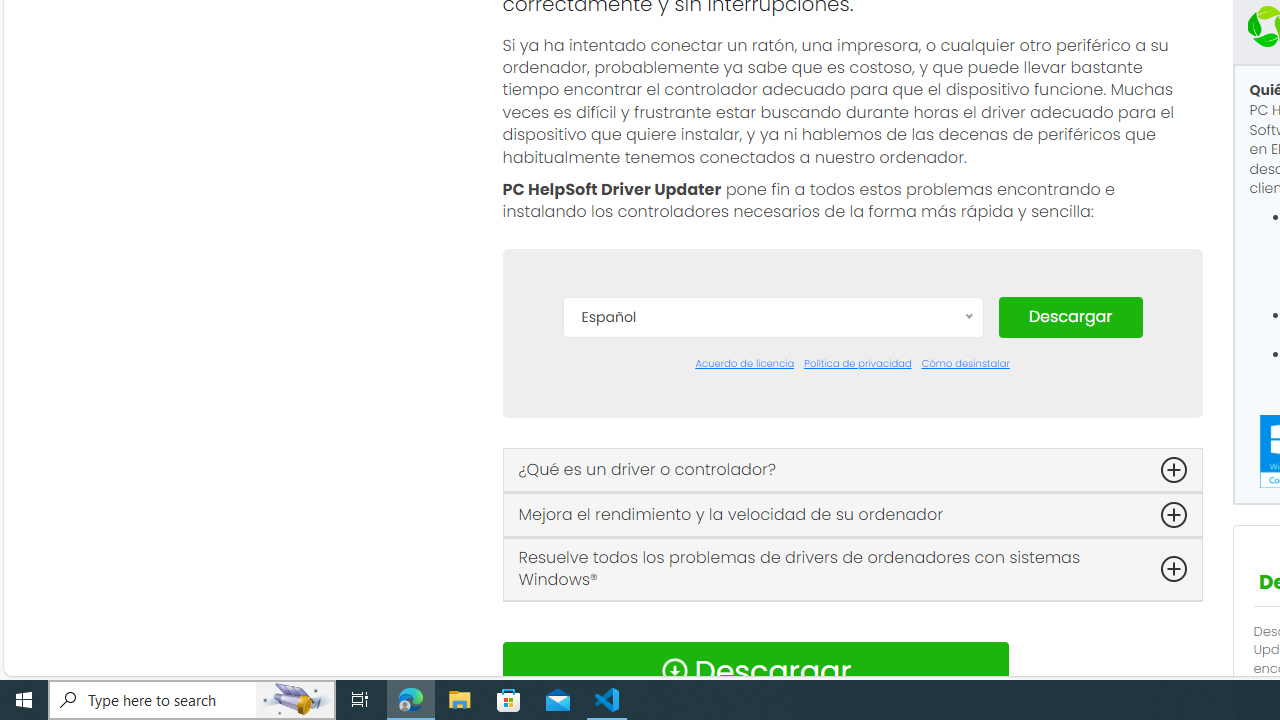  What do you see at coordinates (743, 363) in the screenshot?
I see `'Acuerdo de licencia'` at bounding box center [743, 363].